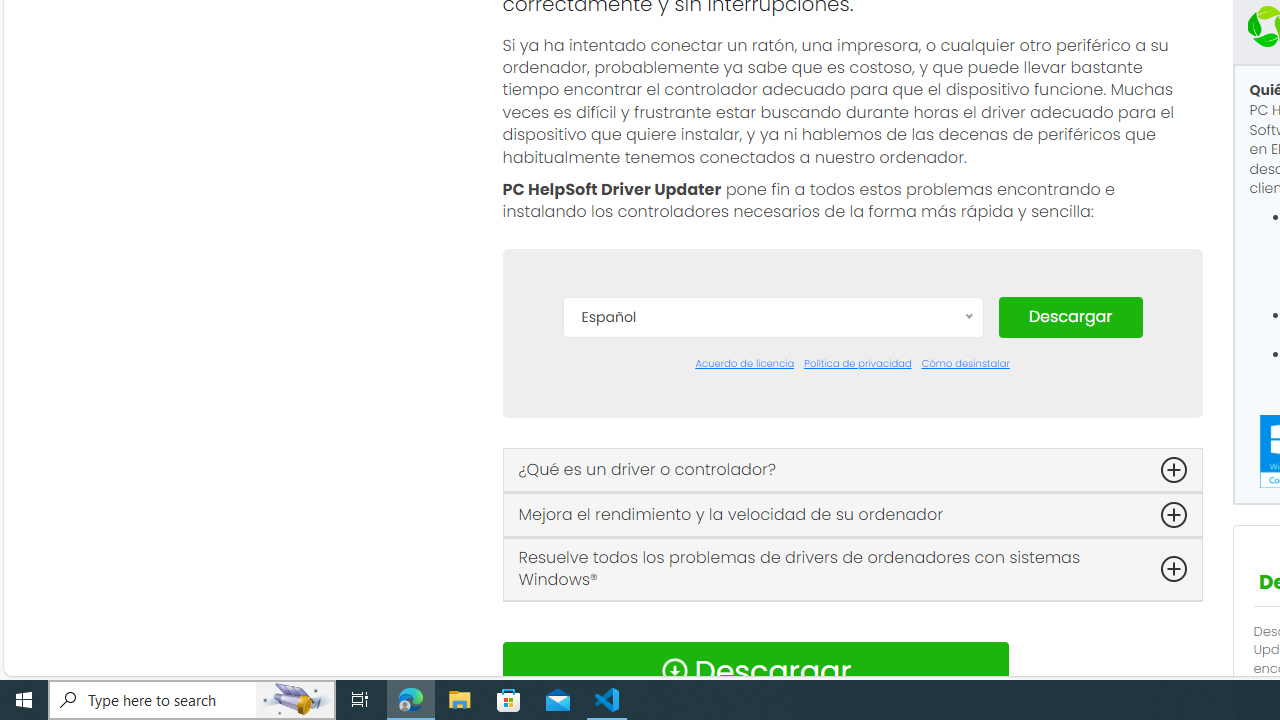  What do you see at coordinates (743, 363) in the screenshot?
I see `'Acuerdo de licencia'` at bounding box center [743, 363].